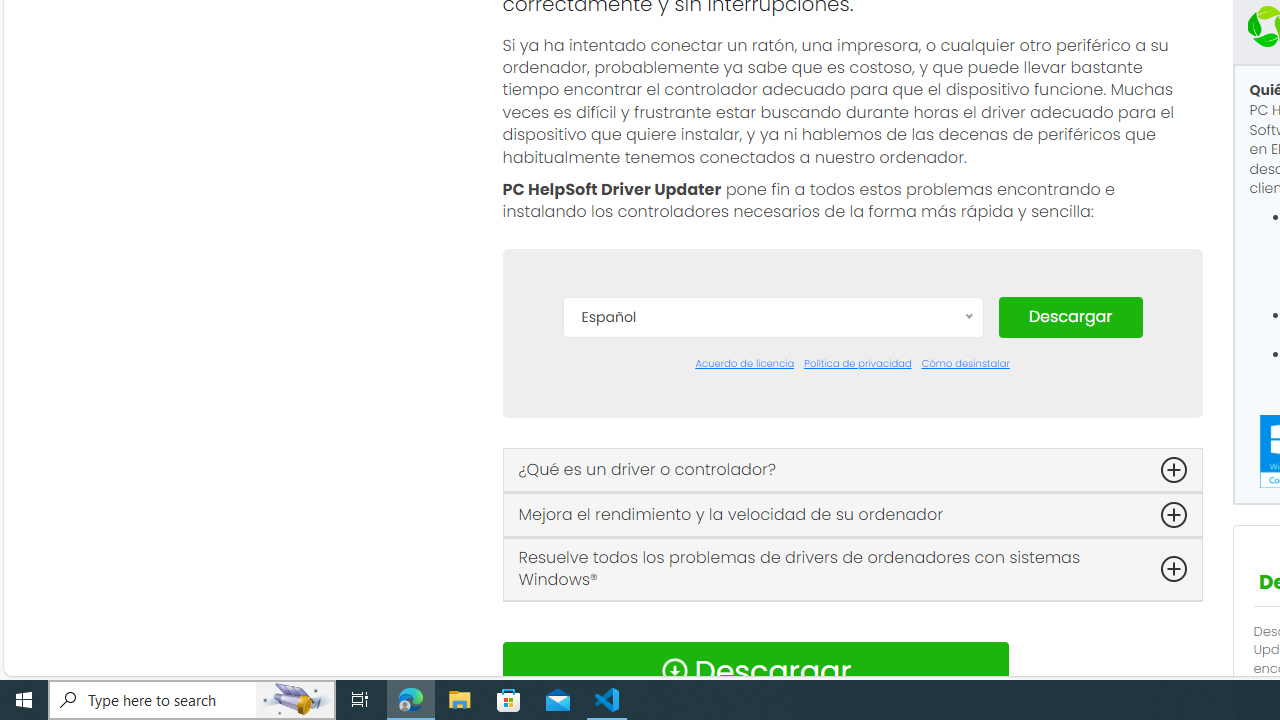  What do you see at coordinates (743, 363) in the screenshot?
I see `'Acuerdo de licencia'` at bounding box center [743, 363].